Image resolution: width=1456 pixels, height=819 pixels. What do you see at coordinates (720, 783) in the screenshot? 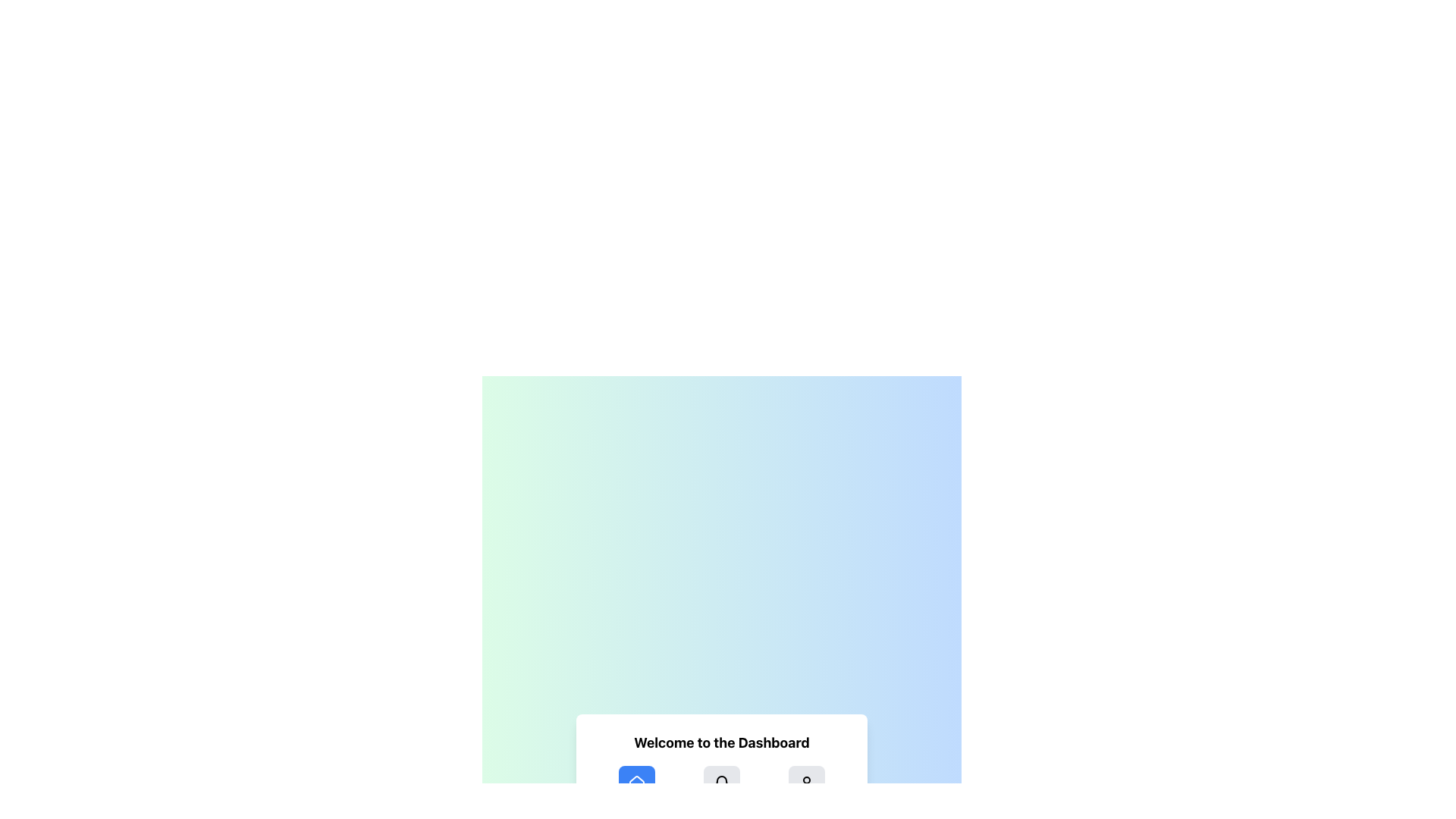
I see `the notifications button, which is the second button from the left in a row of three buttons` at bounding box center [720, 783].